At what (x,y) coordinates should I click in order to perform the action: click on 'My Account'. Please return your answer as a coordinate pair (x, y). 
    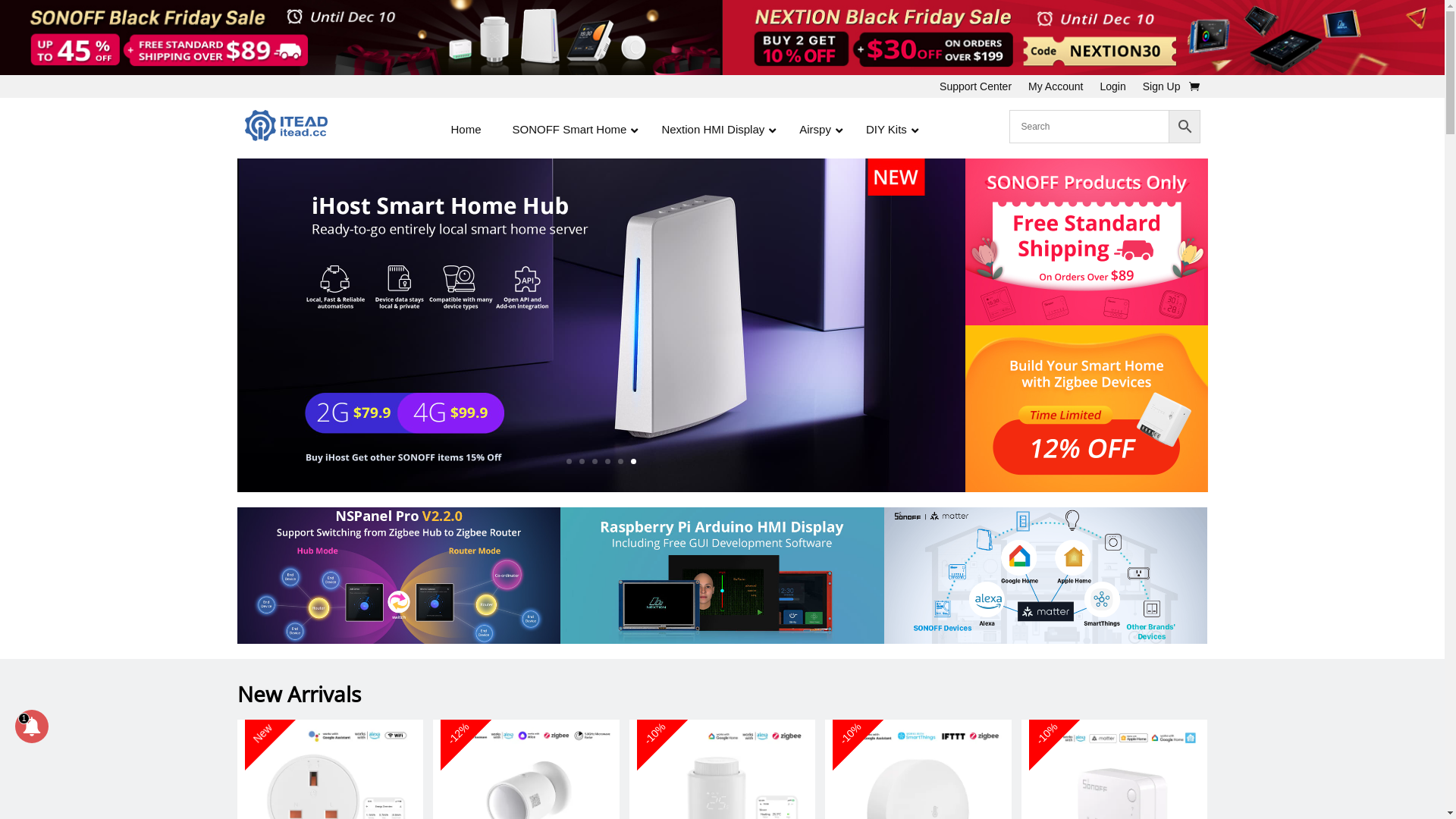
    Looking at the image, I should click on (1055, 89).